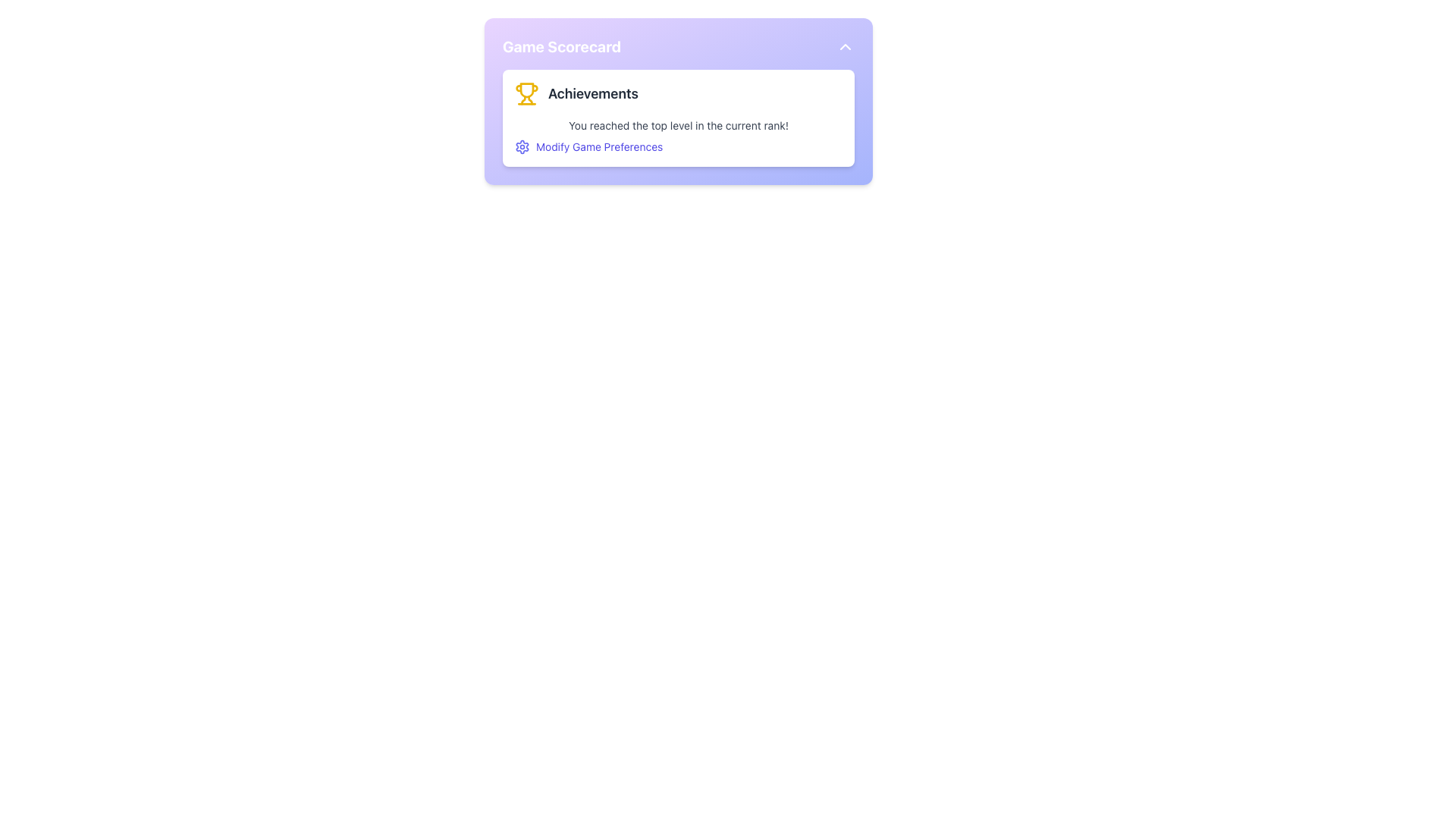  Describe the element at coordinates (561, 45) in the screenshot. I see `title 'Game Scorecard' displayed in bold, large white text on a purple header background at the top of the card-like component` at that location.